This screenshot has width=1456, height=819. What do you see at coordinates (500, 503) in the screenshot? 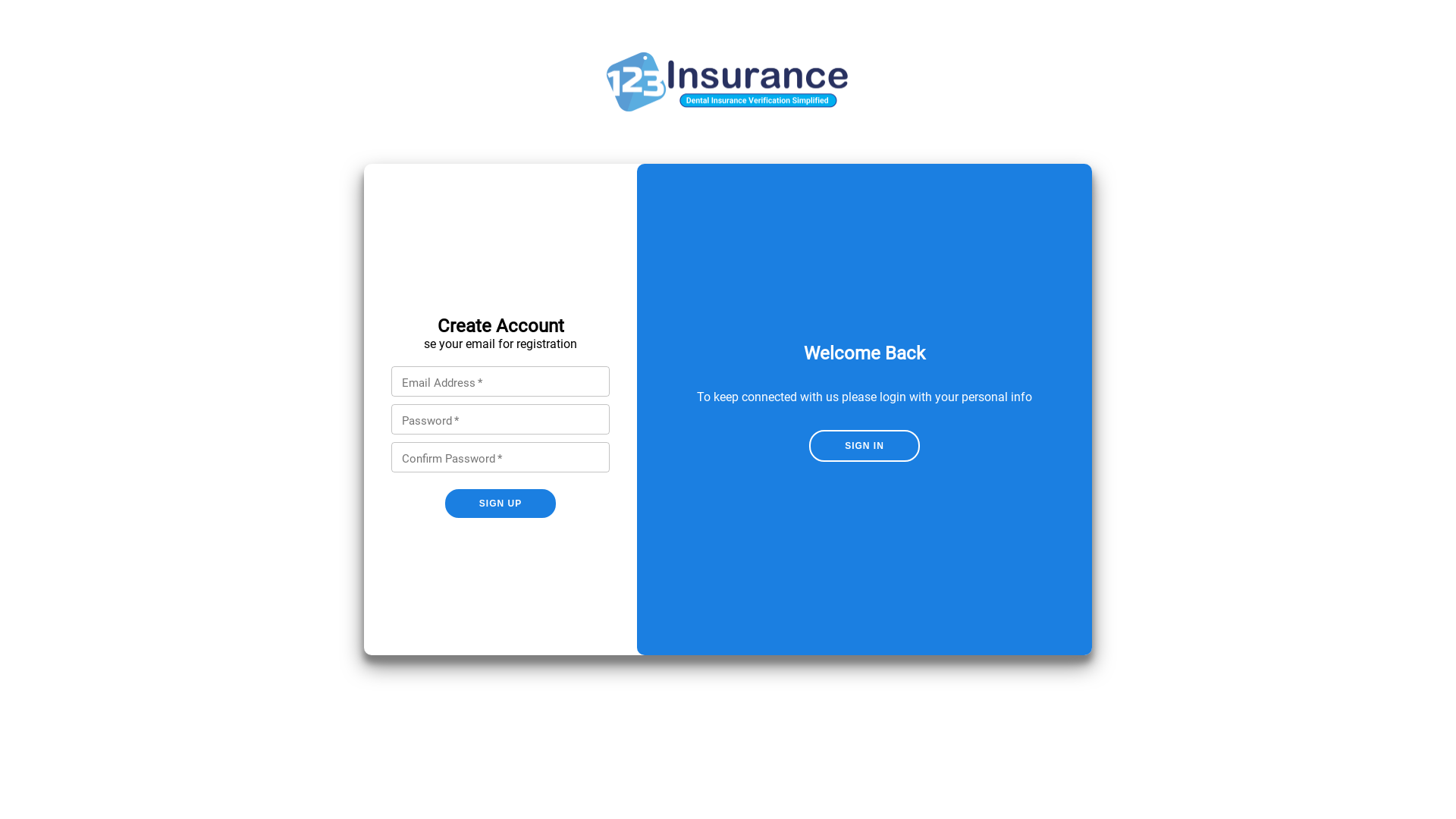
I see `'SIGN UP'` at bounding box center [500, 503].